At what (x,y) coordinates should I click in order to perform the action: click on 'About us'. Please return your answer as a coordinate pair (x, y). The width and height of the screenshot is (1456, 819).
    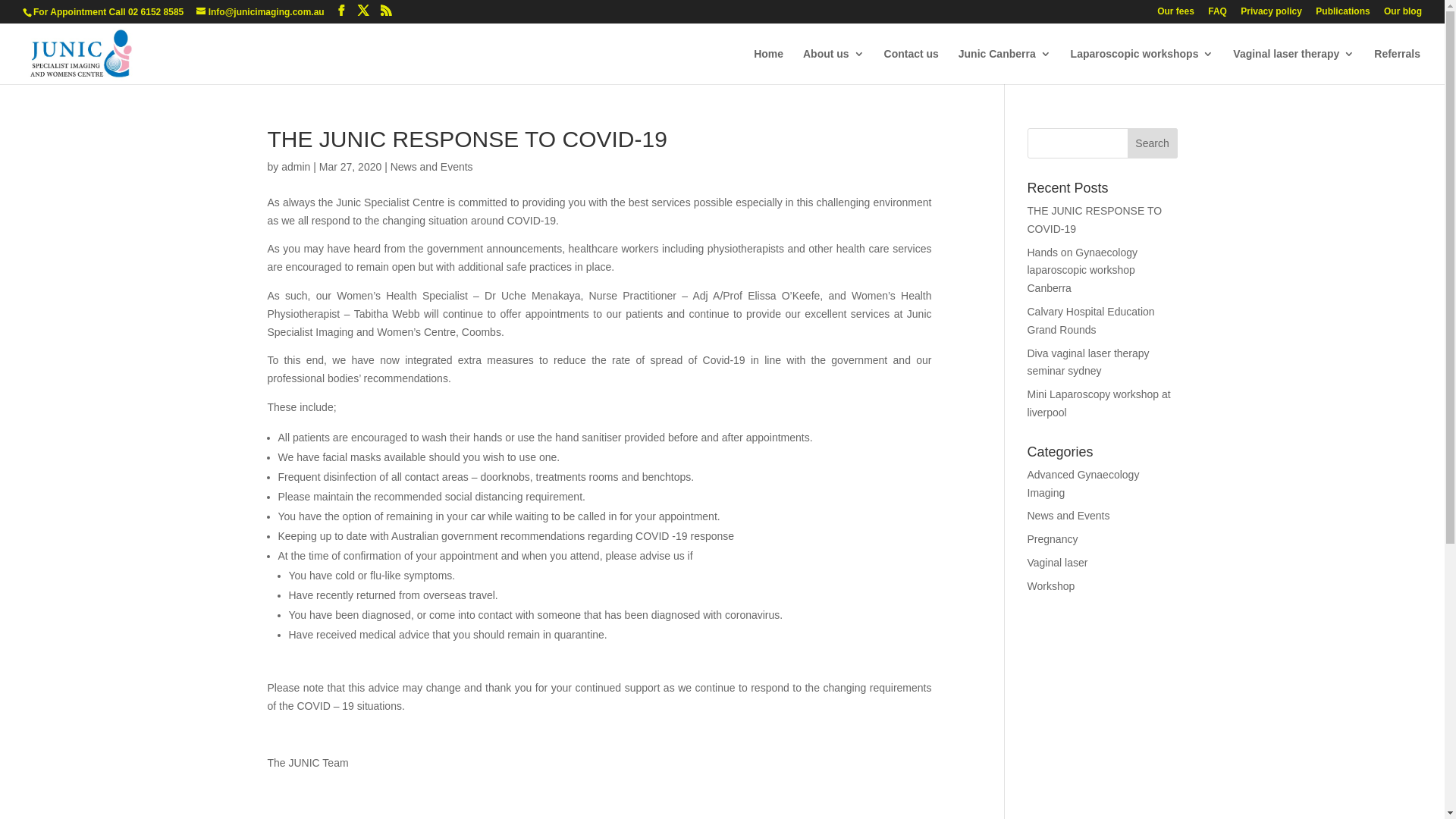
    Looking at the image, I should click on (833, 65).